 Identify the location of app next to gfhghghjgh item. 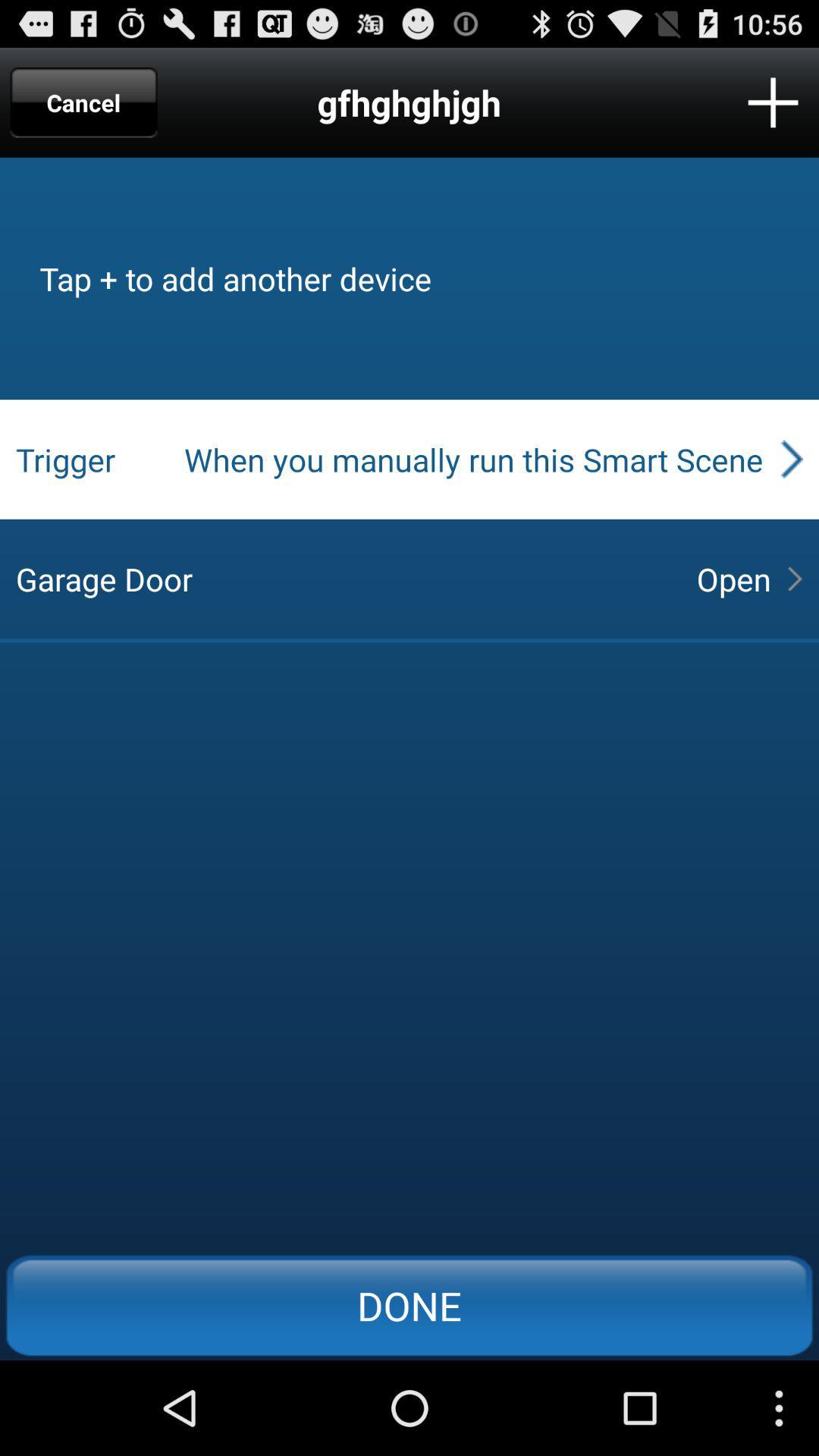
(83, 102).